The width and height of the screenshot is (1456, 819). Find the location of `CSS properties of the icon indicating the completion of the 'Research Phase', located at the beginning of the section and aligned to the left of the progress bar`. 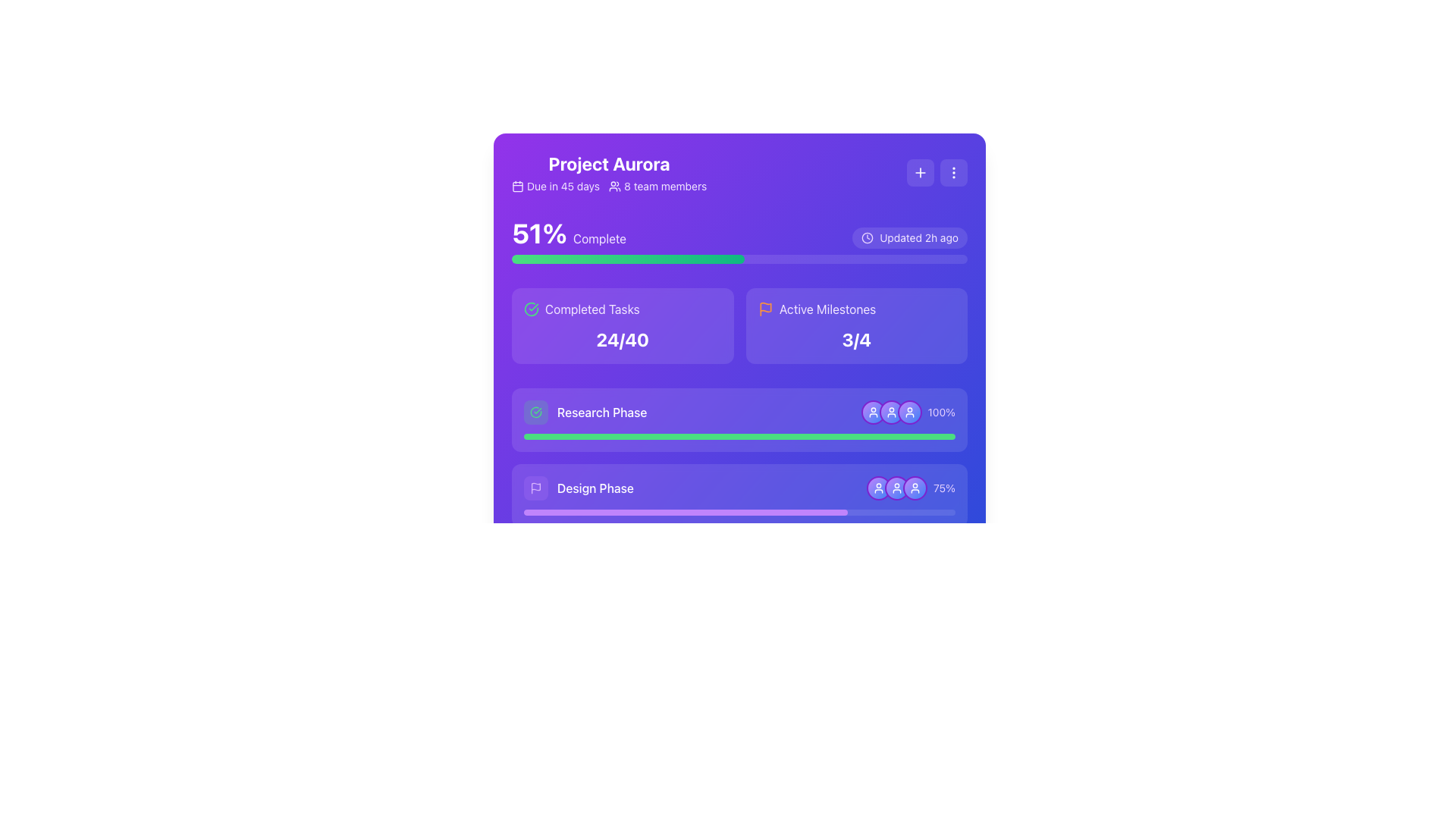

CSS properties of the icon indicating the completion of the 'Research Phase', located at the beginning of the section and aligned to the left of the progress bar is located at coordinates (535, 412).